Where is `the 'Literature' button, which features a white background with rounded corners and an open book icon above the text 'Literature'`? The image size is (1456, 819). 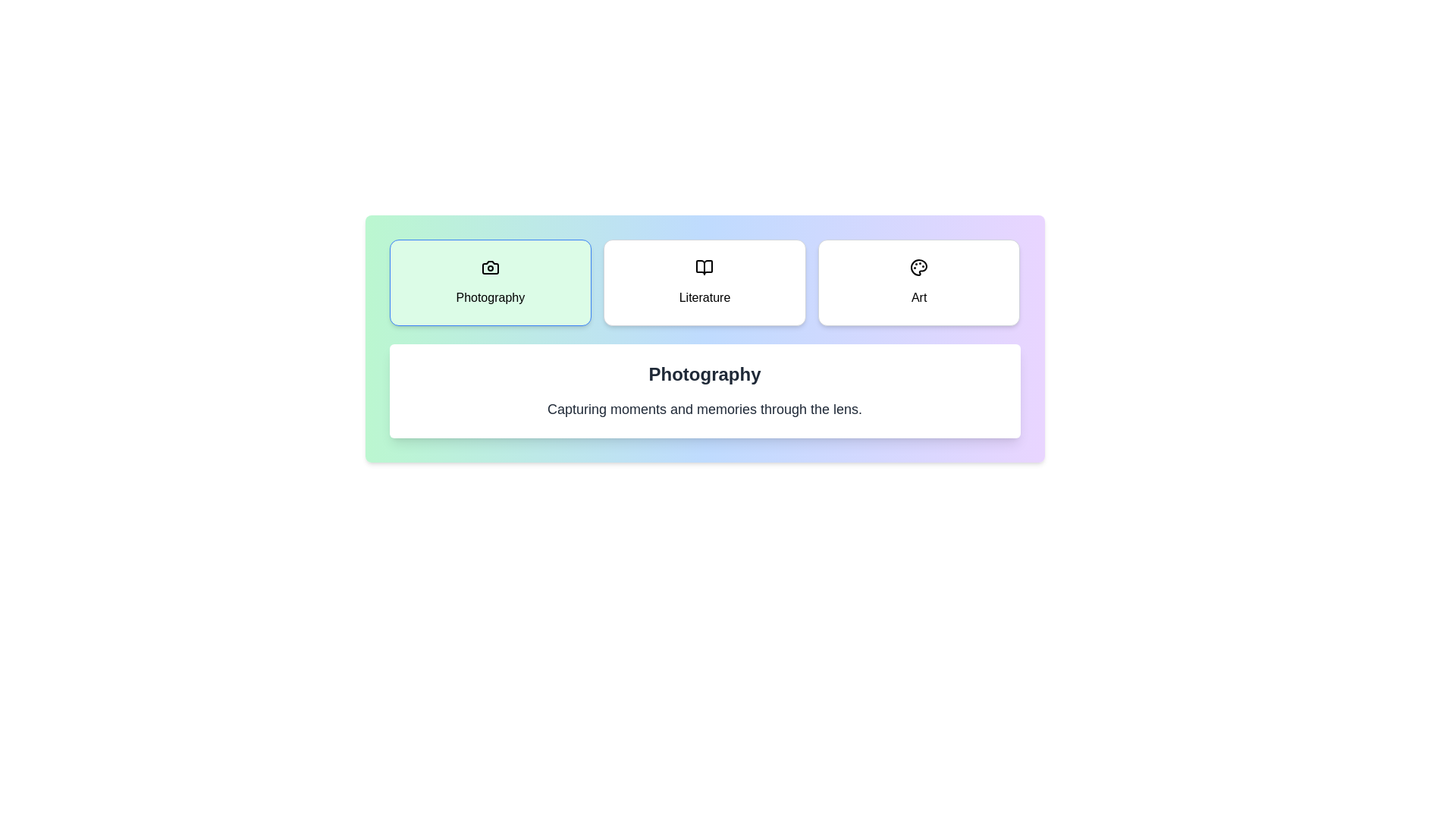 the 'Literature' button, which features a white background with rounded corners and an open book icon above the text 'Literature' is located at coordinates (704, 283).